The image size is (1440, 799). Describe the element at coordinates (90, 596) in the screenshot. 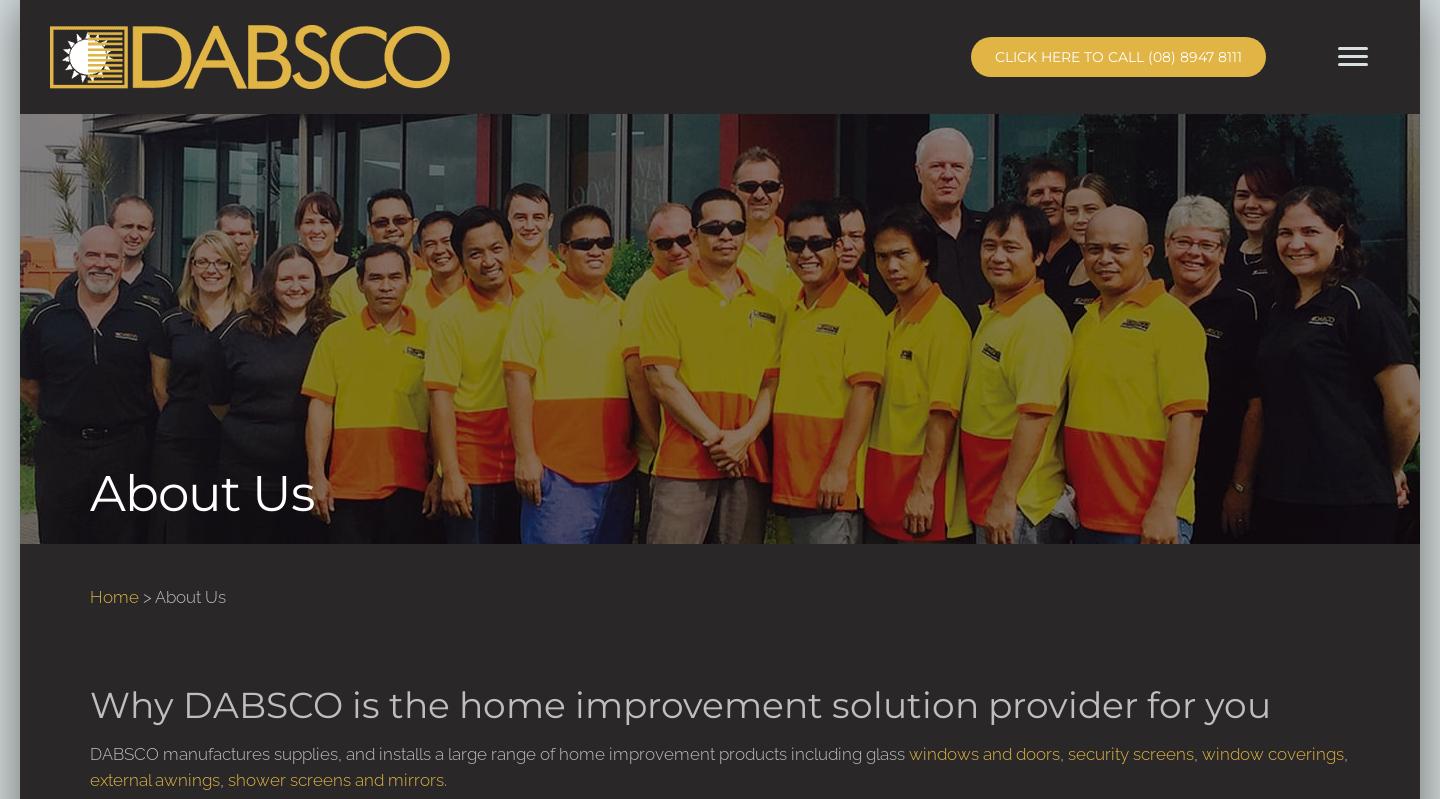

I see `'Home'` at that location.